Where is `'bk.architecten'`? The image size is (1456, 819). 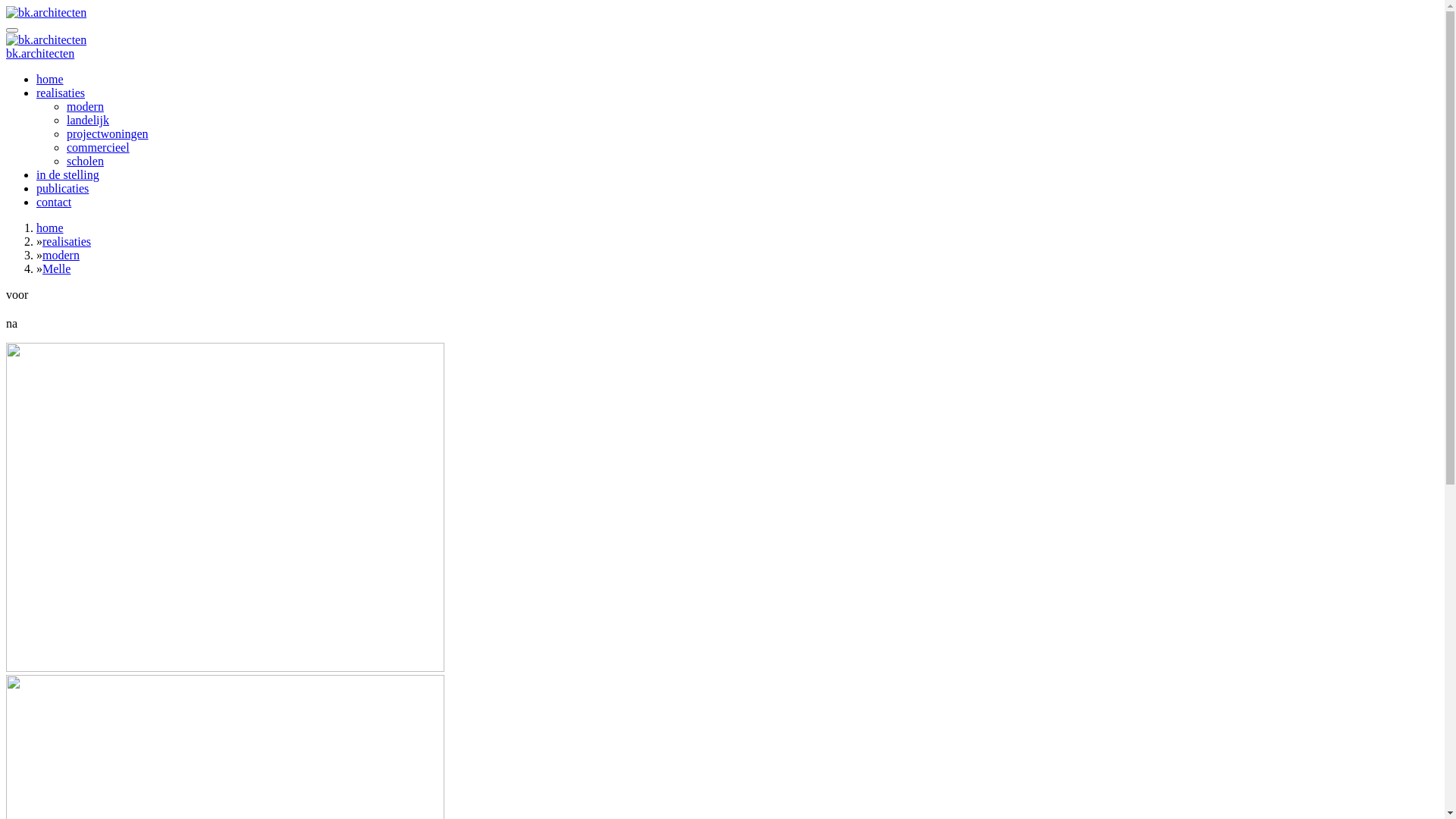
'bk.architecten' is located at coordinates (46, 12).